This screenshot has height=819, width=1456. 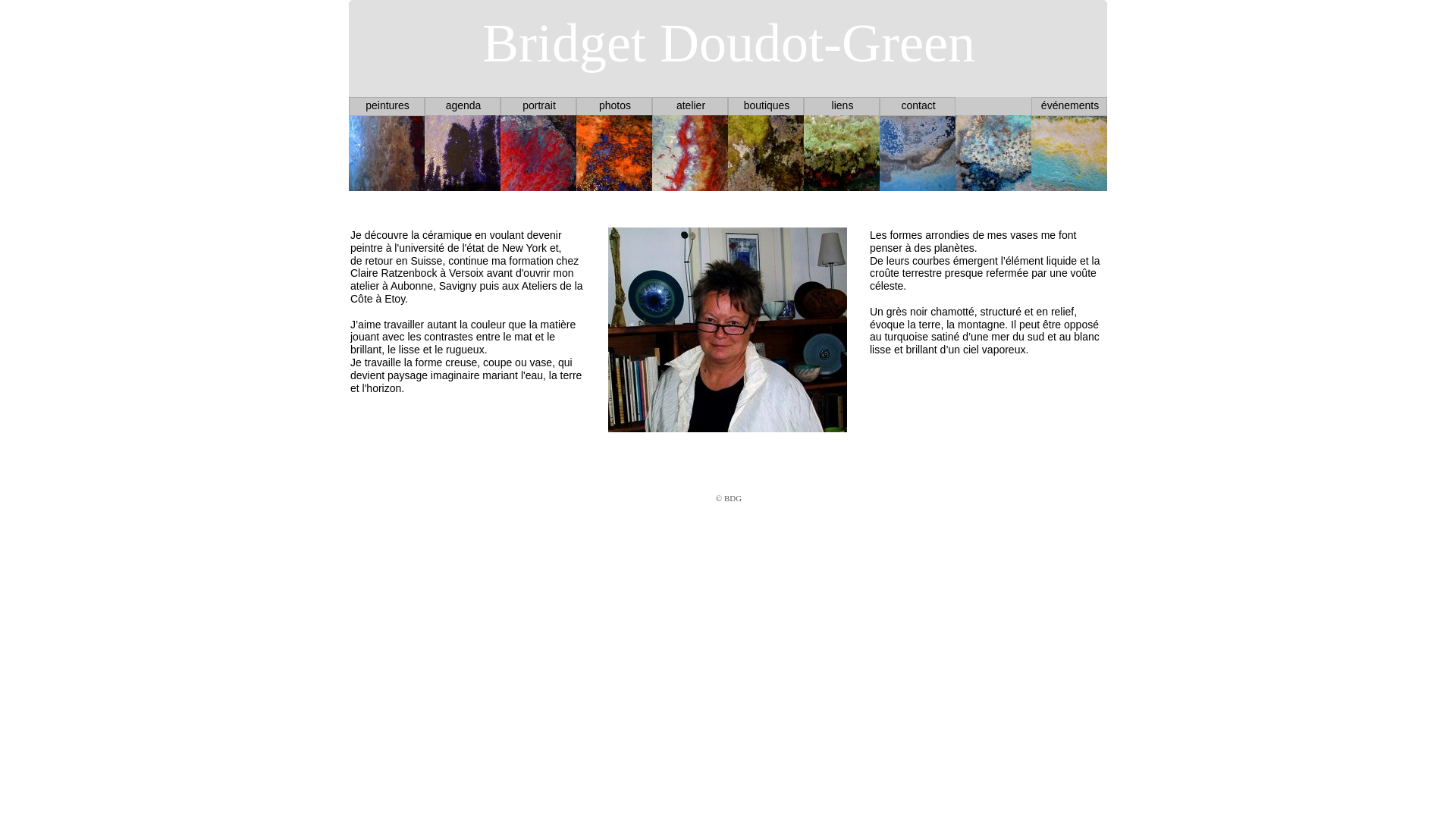 What do you see at coordinates (538, 104) in the screenshot?
I see `'portrait'` at bounding box center [538, 104].